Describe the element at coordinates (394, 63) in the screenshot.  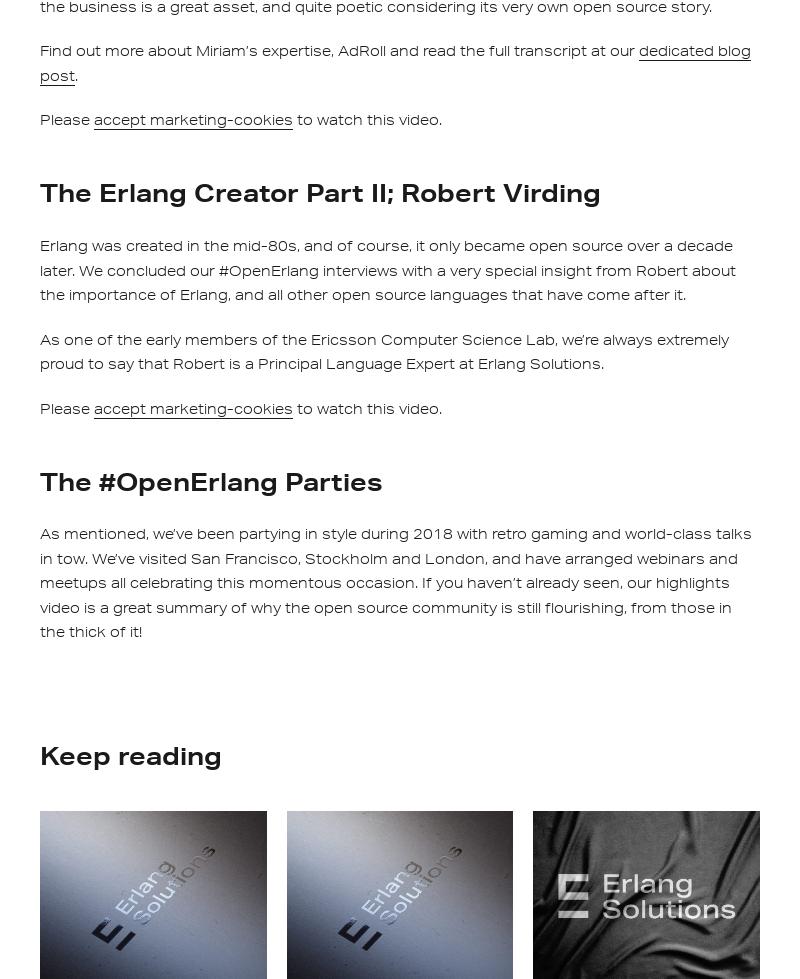
I see `'dedicated blog post'` at that location.